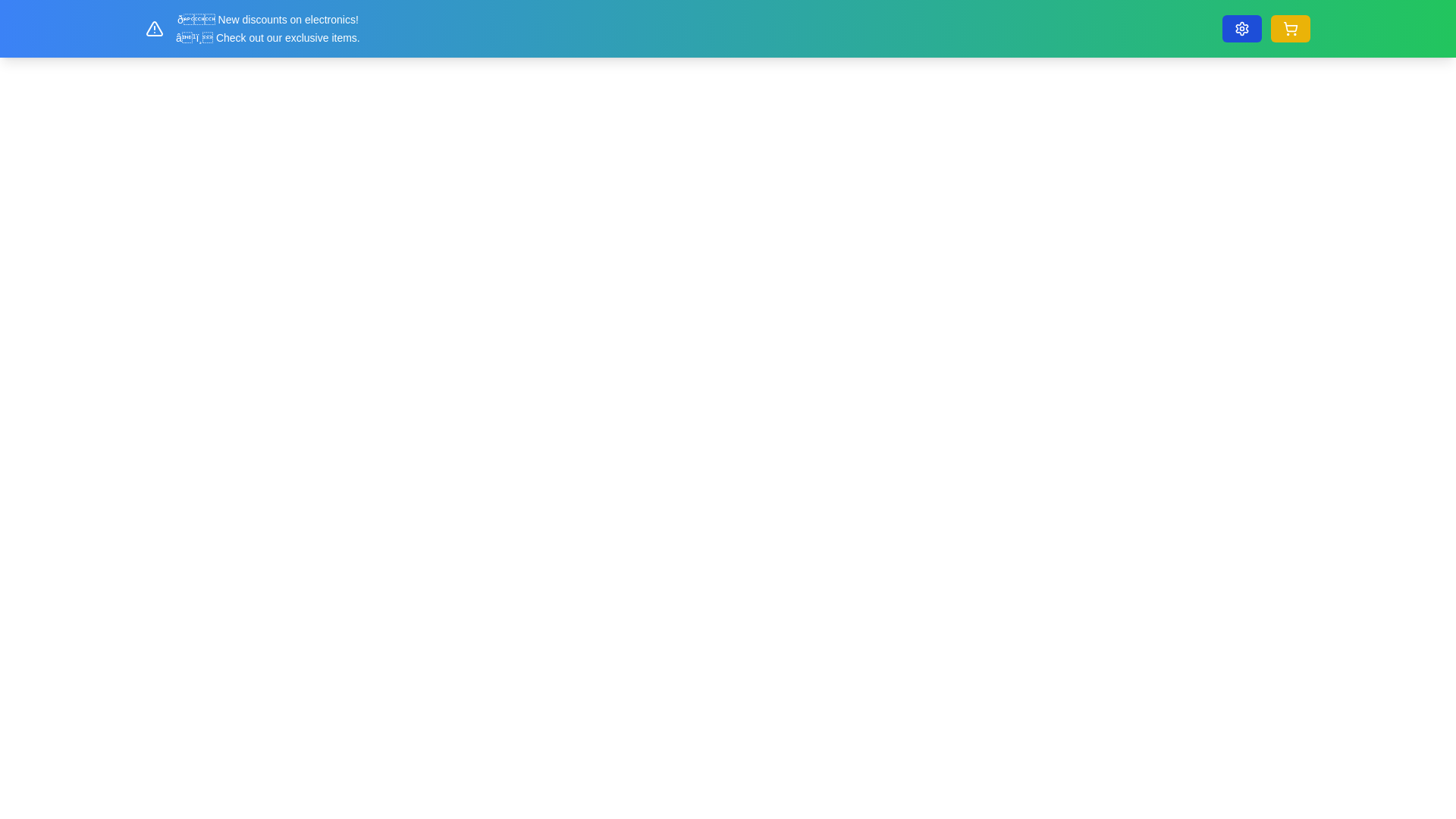 The image size is (1456, 819). I want to click on promotional text located directly below the message '🔔 New discounts on electronics!' in the top-left region of the interface, so click(268, 37).